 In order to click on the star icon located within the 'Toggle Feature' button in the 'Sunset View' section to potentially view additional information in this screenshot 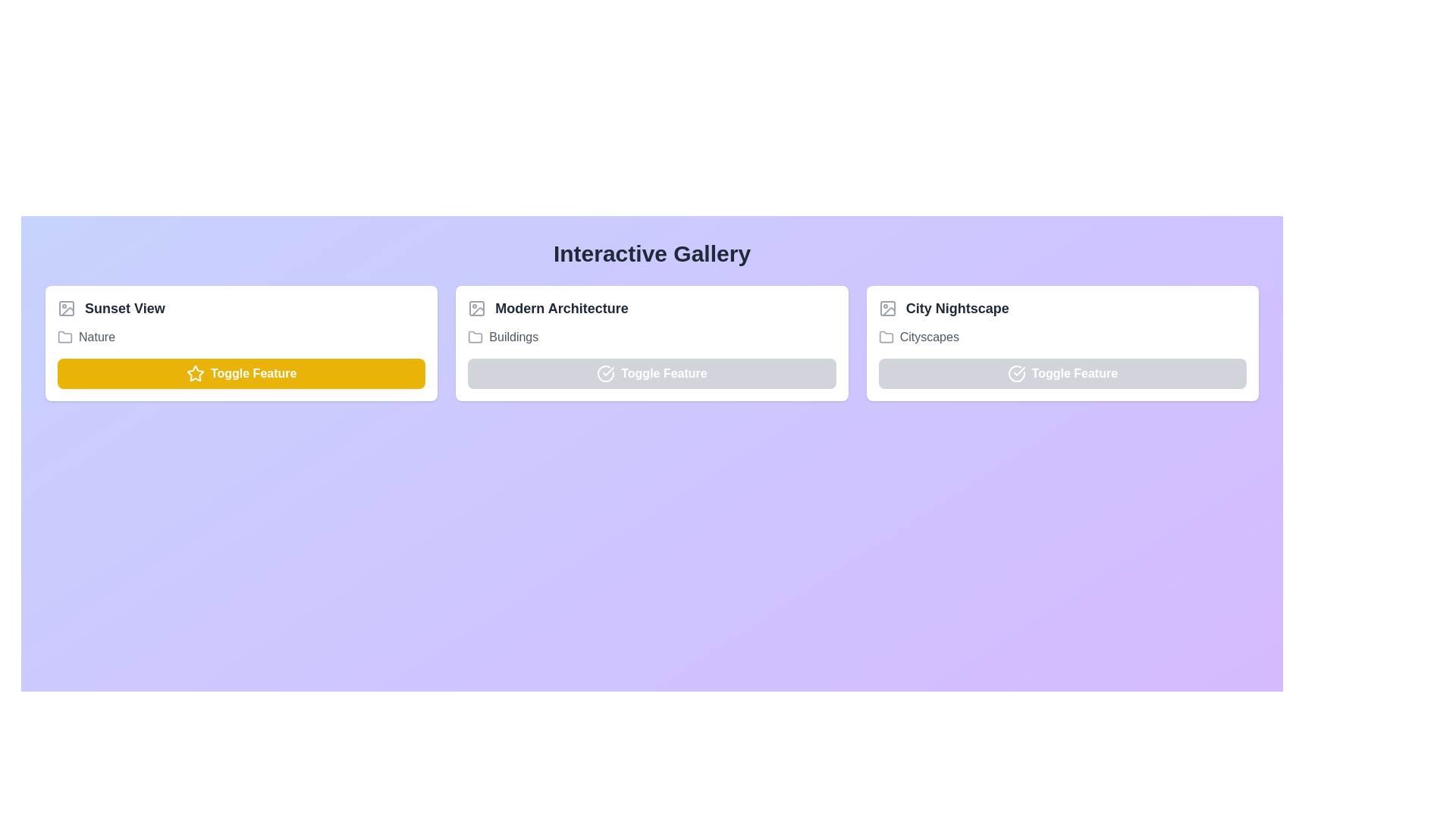, I will do `click(194, 373)`.